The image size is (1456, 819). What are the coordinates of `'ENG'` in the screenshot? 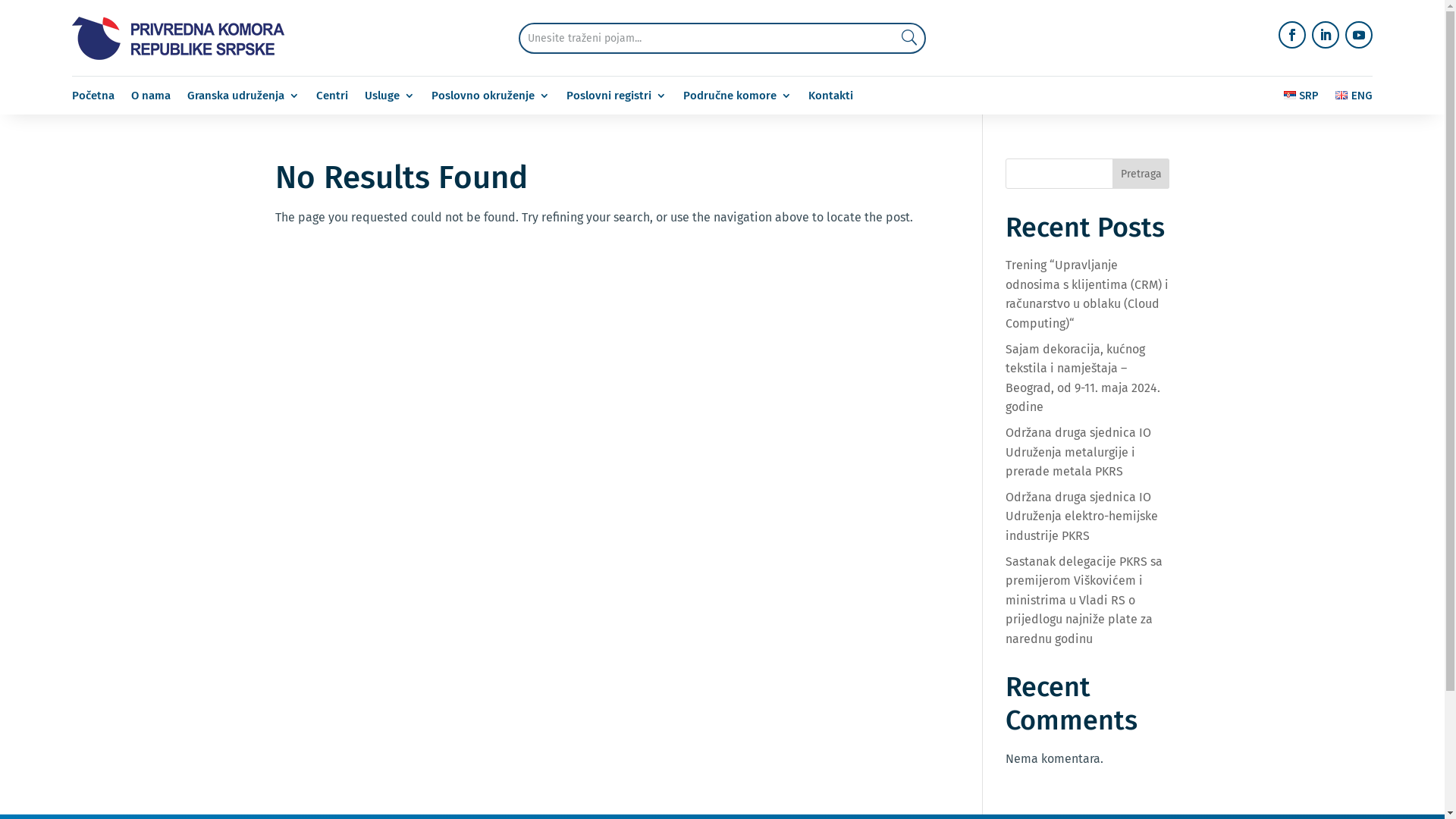 It's located at (1354, 99).